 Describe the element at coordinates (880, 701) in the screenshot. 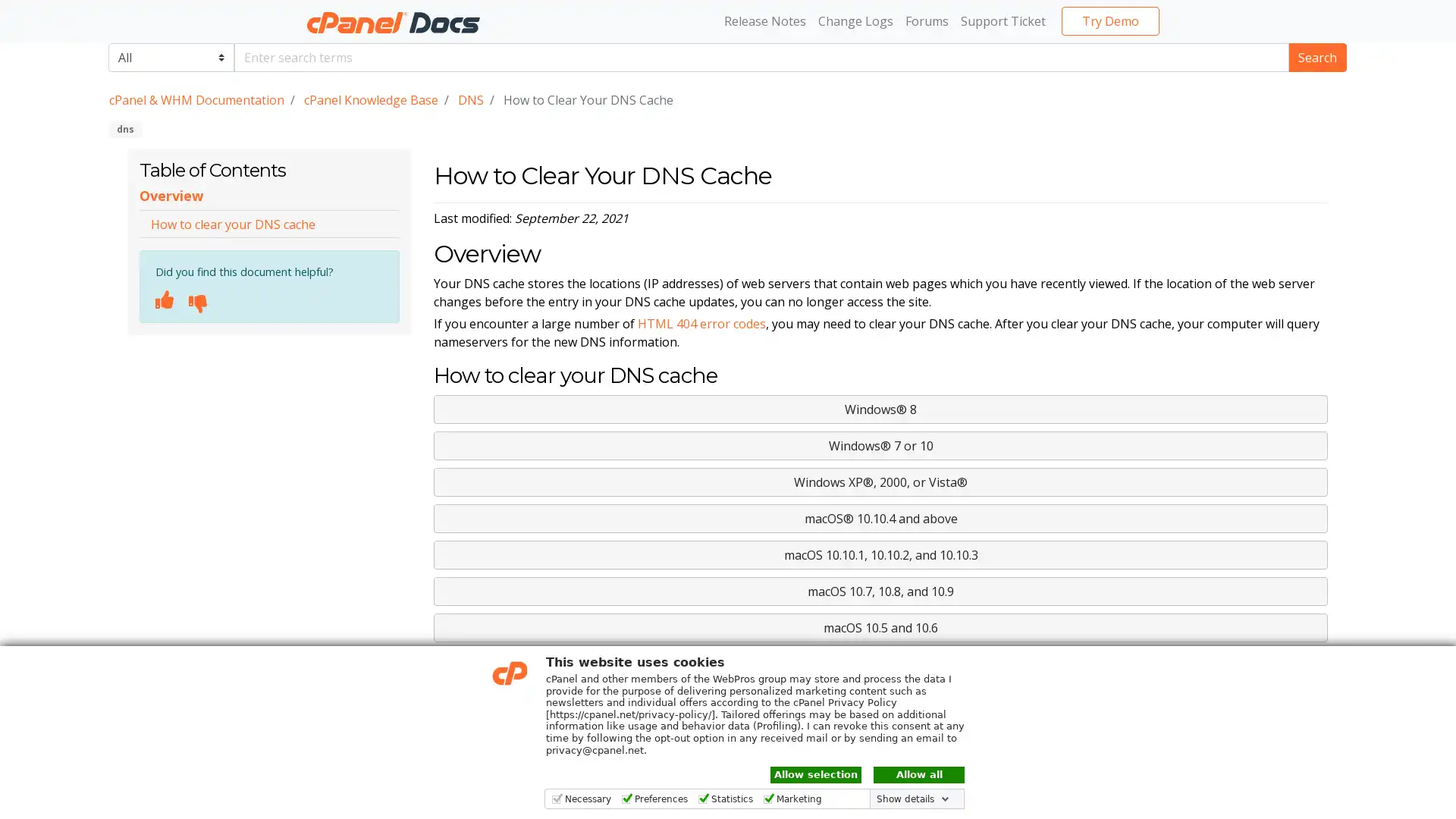

I see `Ubuntu` at that location.